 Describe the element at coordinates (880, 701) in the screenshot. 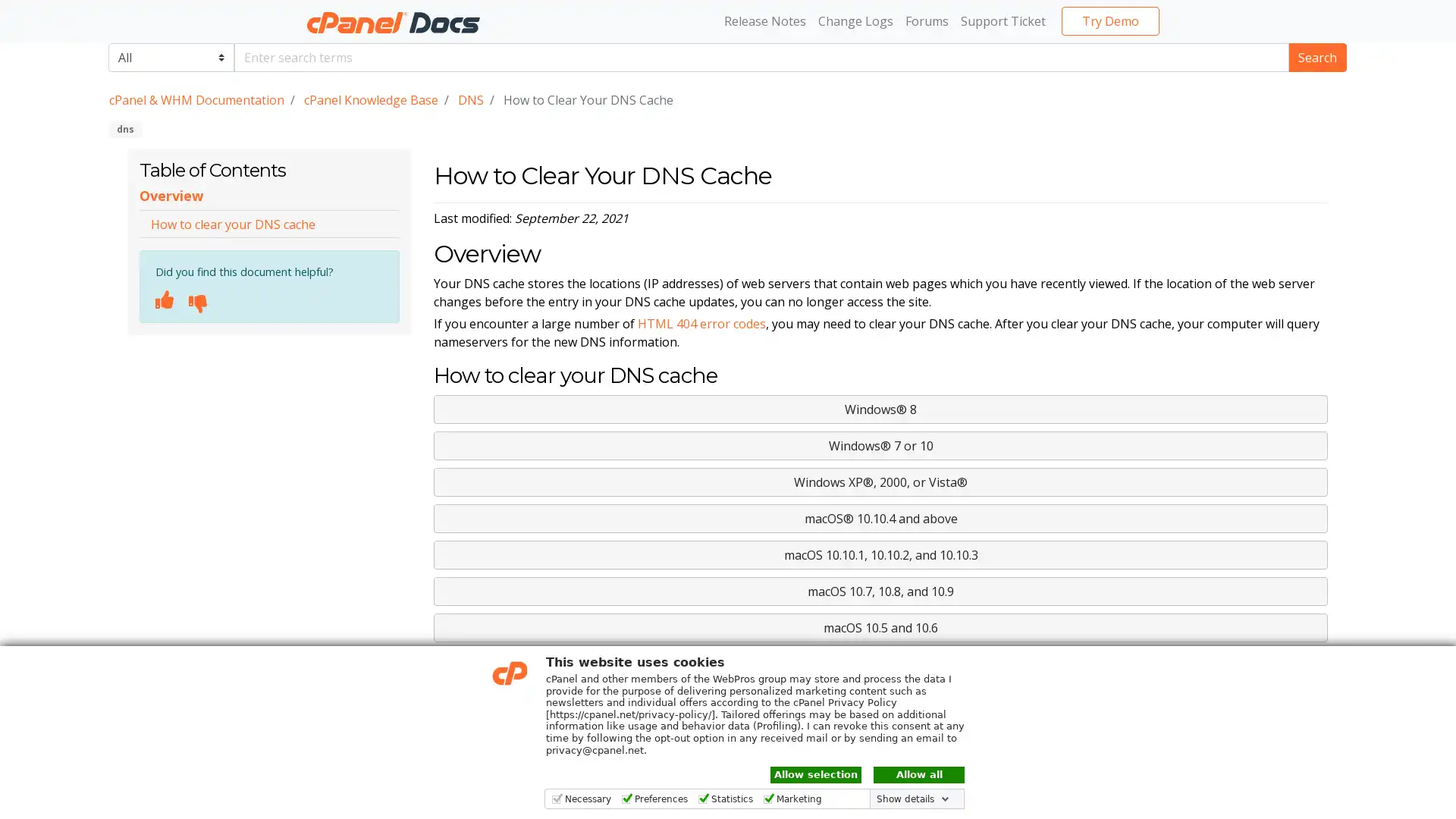

I see `Ubuntu` at that location.